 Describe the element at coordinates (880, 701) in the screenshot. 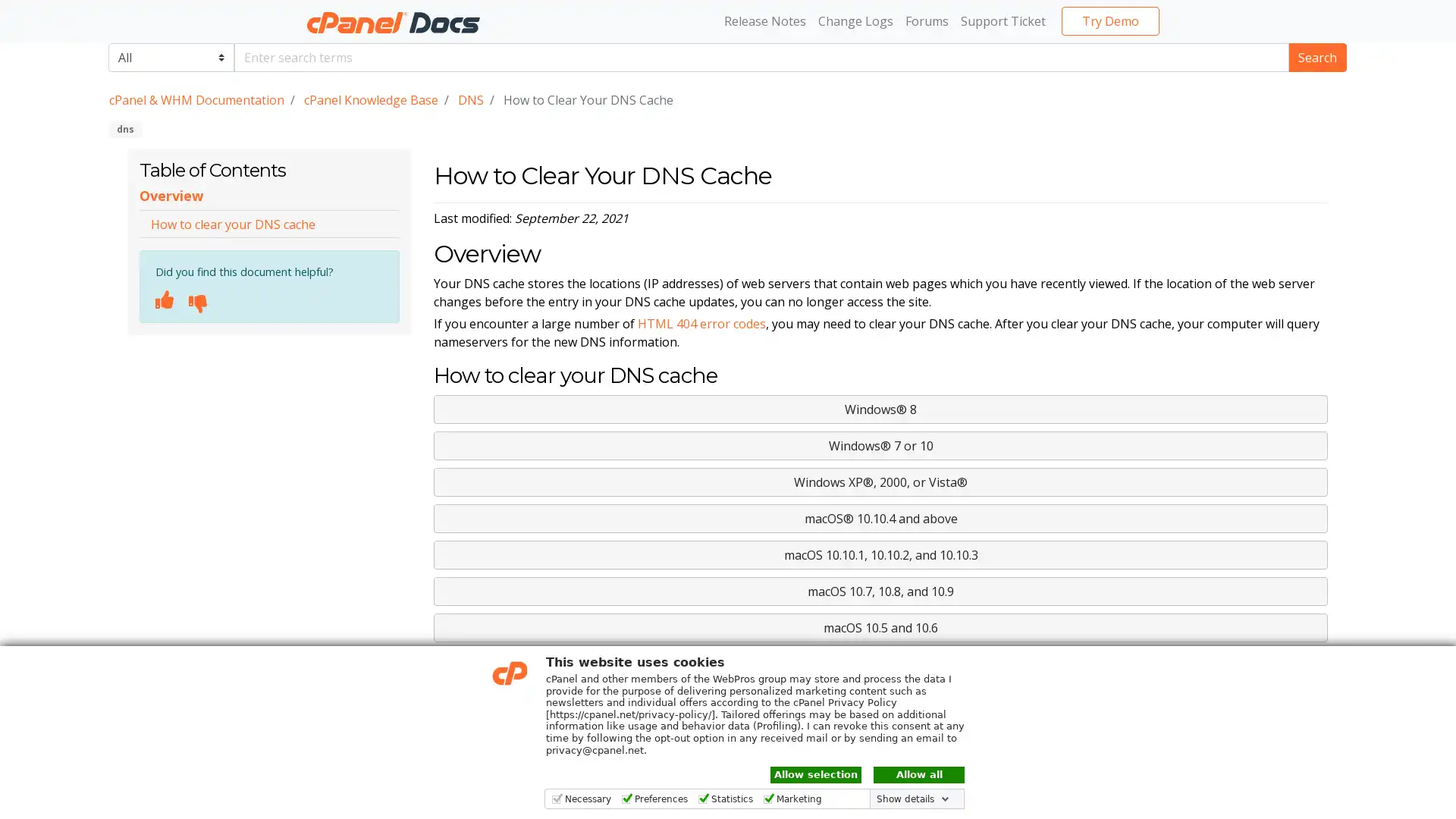

I see `Ubuntu` at that location.